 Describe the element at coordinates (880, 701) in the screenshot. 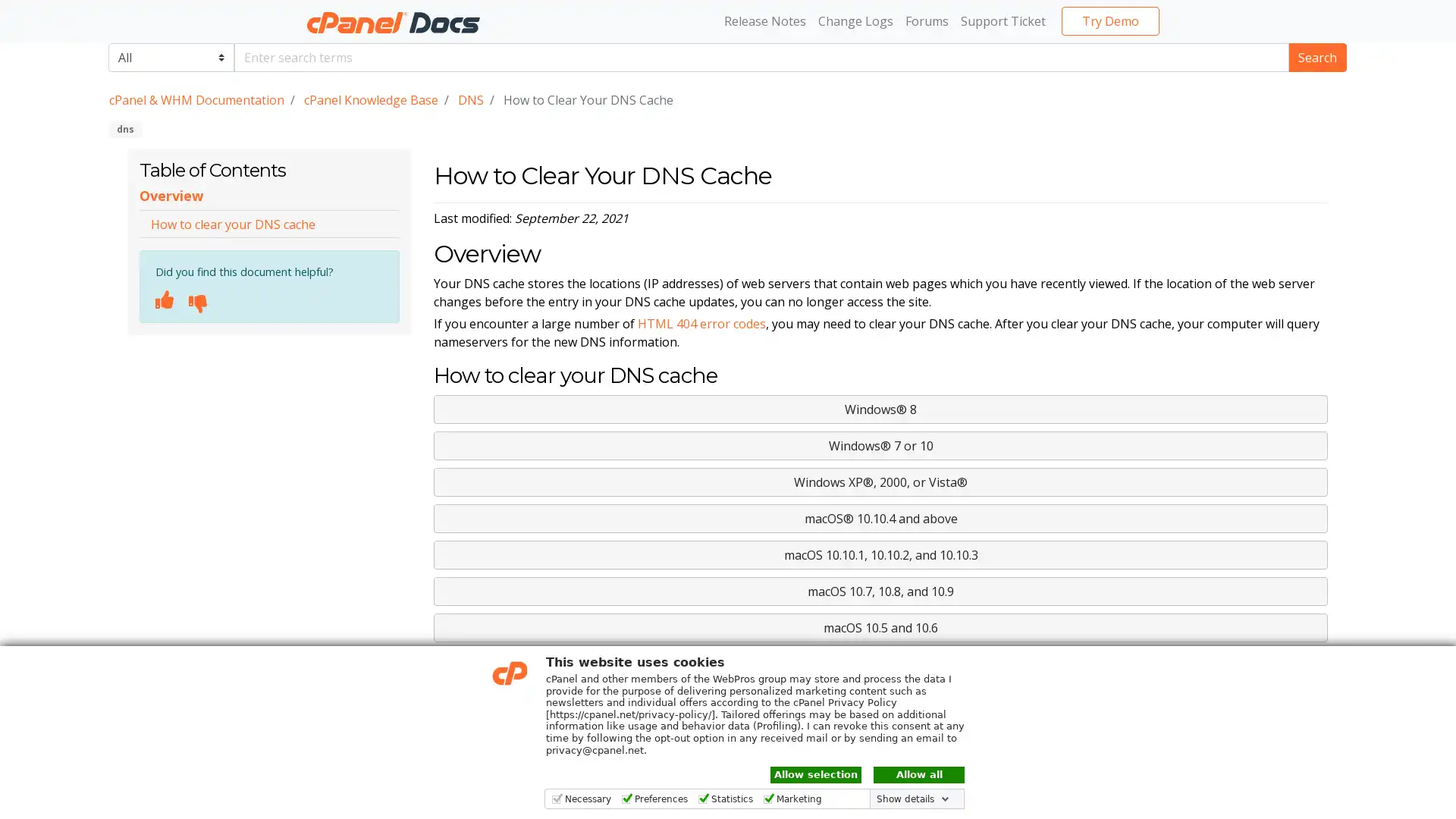

I see `Ubuntu` at that location.